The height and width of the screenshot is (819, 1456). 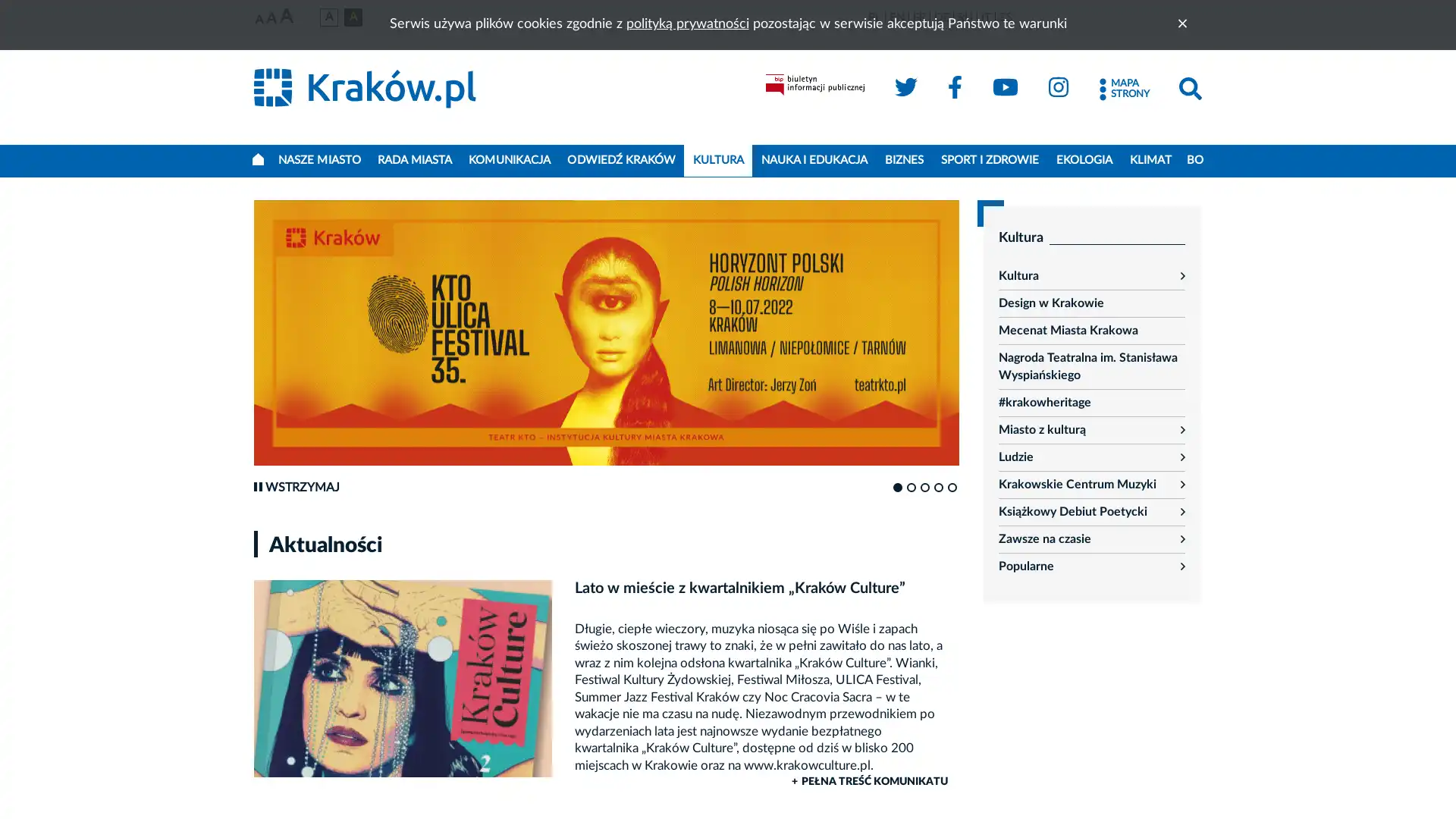 I want to click on Szukaj, so click(x=1189, y=89).